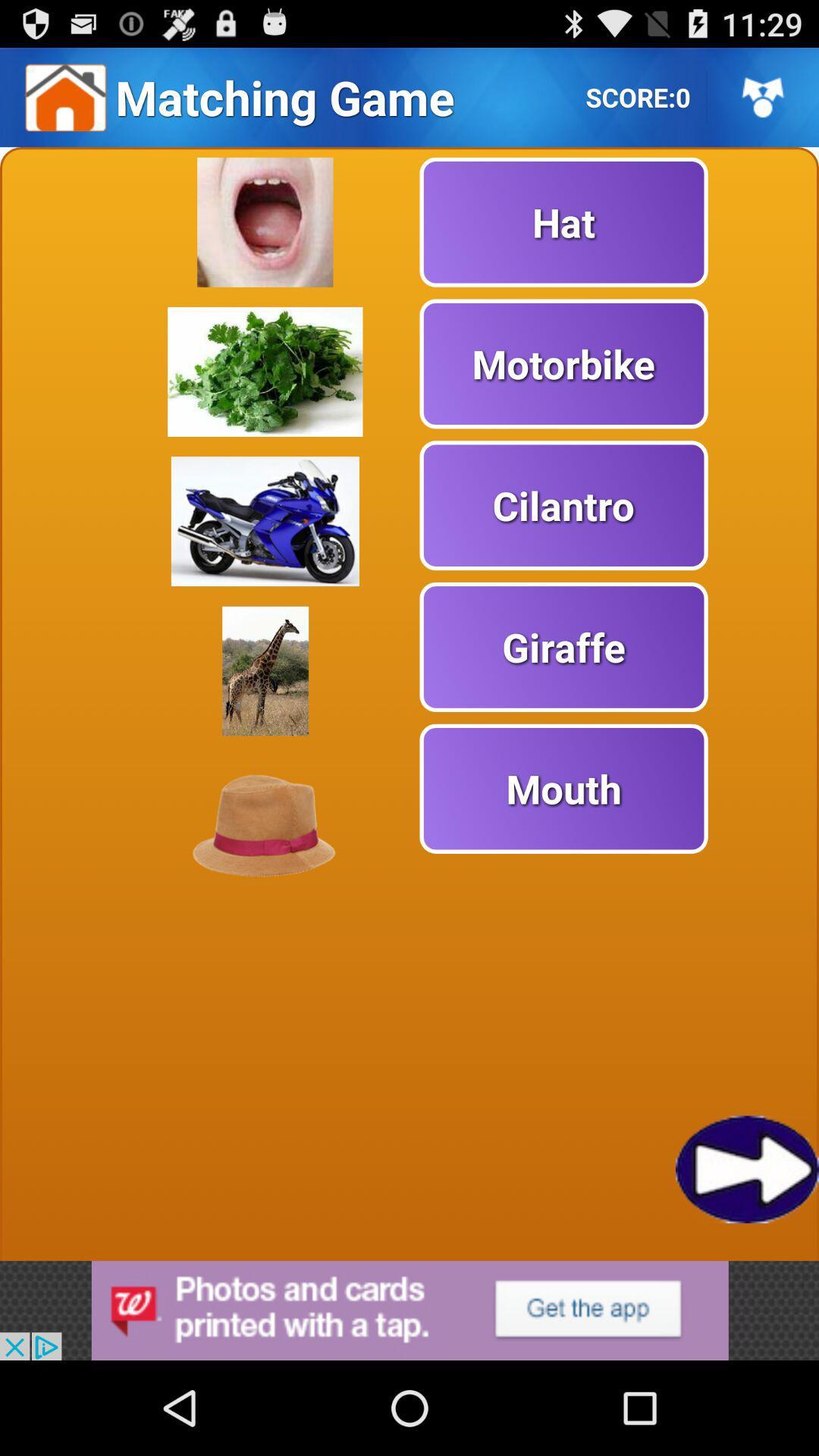 The width and height of the screenshot is (819, 1456). What do you see at coordinates (746, 1251) in the screenshot?
I see `the arrow_forward icon` at bounding box center [746, 1251].